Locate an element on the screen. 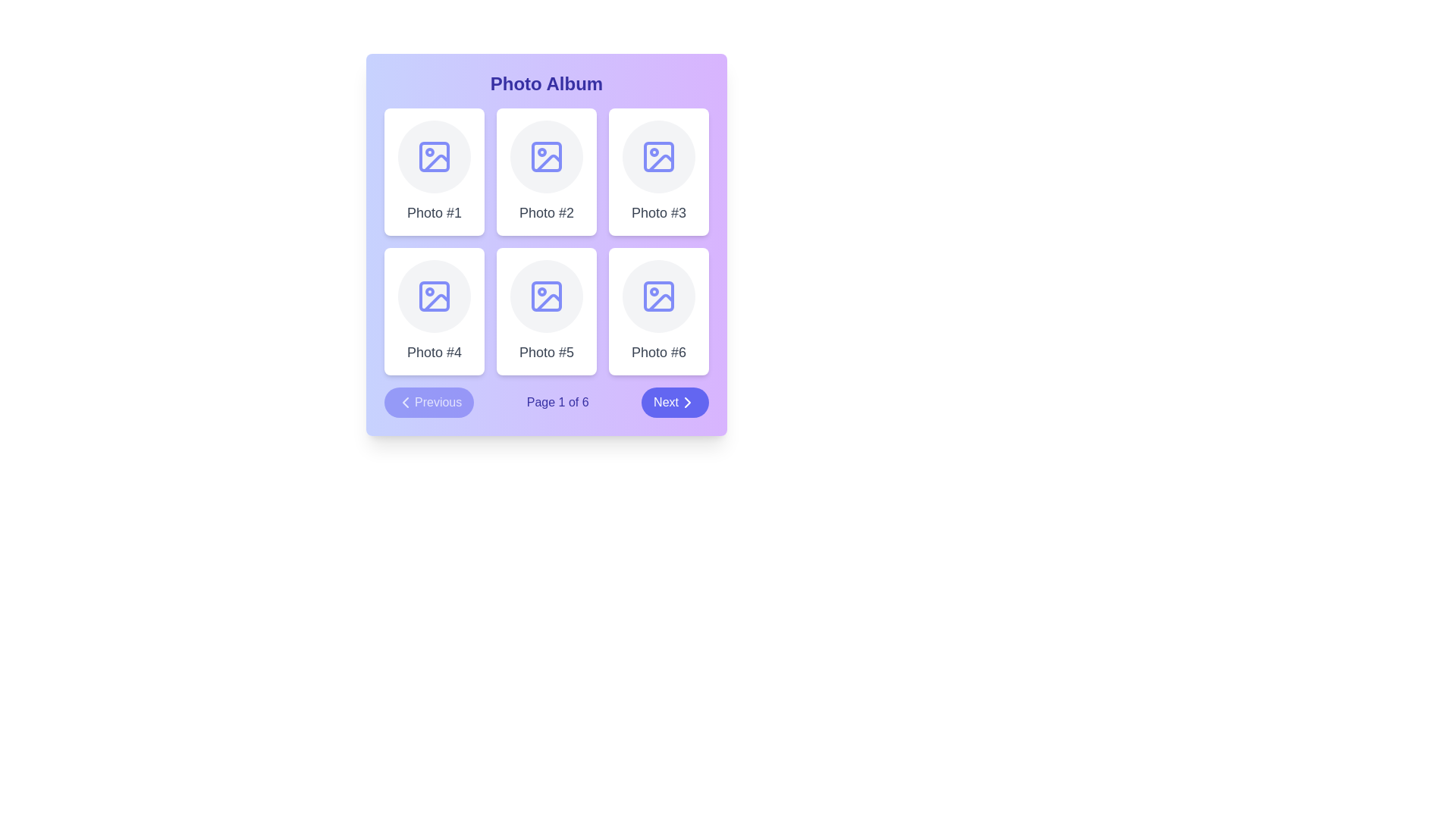 Image resolution: width=1456 pixels, height=819 pixels. text label 'Photo #1' which is styled with a large font size and gray color, located beneath a circular placeholder image in the first cell of a 2x3 grid layout is located at coordinates (433, 213).